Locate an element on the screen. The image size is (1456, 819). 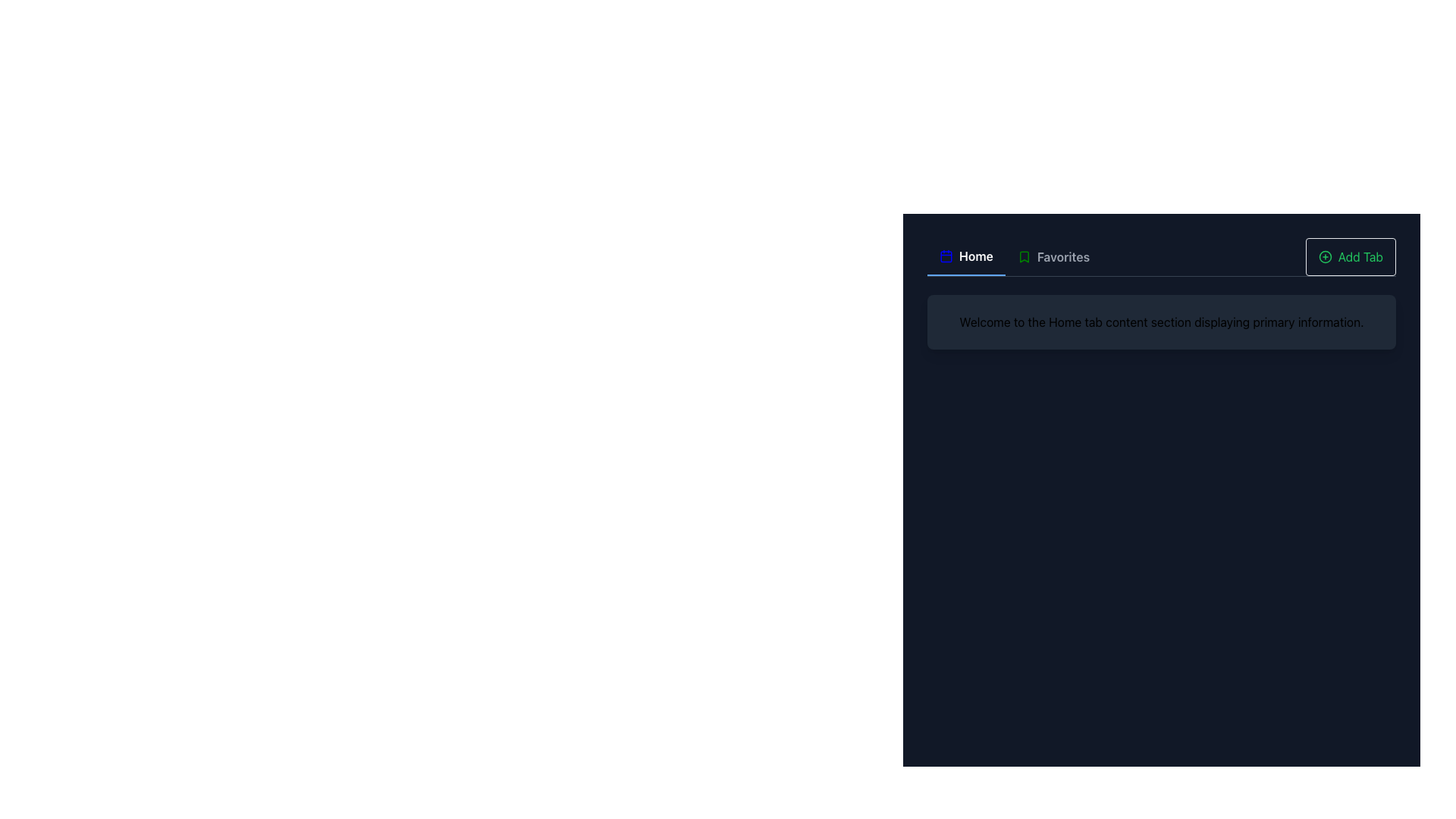
the bookmark SVG icon located in the top-right portion of the interface, adjacent to other interactive elements is located at coordinates (1024, 256).